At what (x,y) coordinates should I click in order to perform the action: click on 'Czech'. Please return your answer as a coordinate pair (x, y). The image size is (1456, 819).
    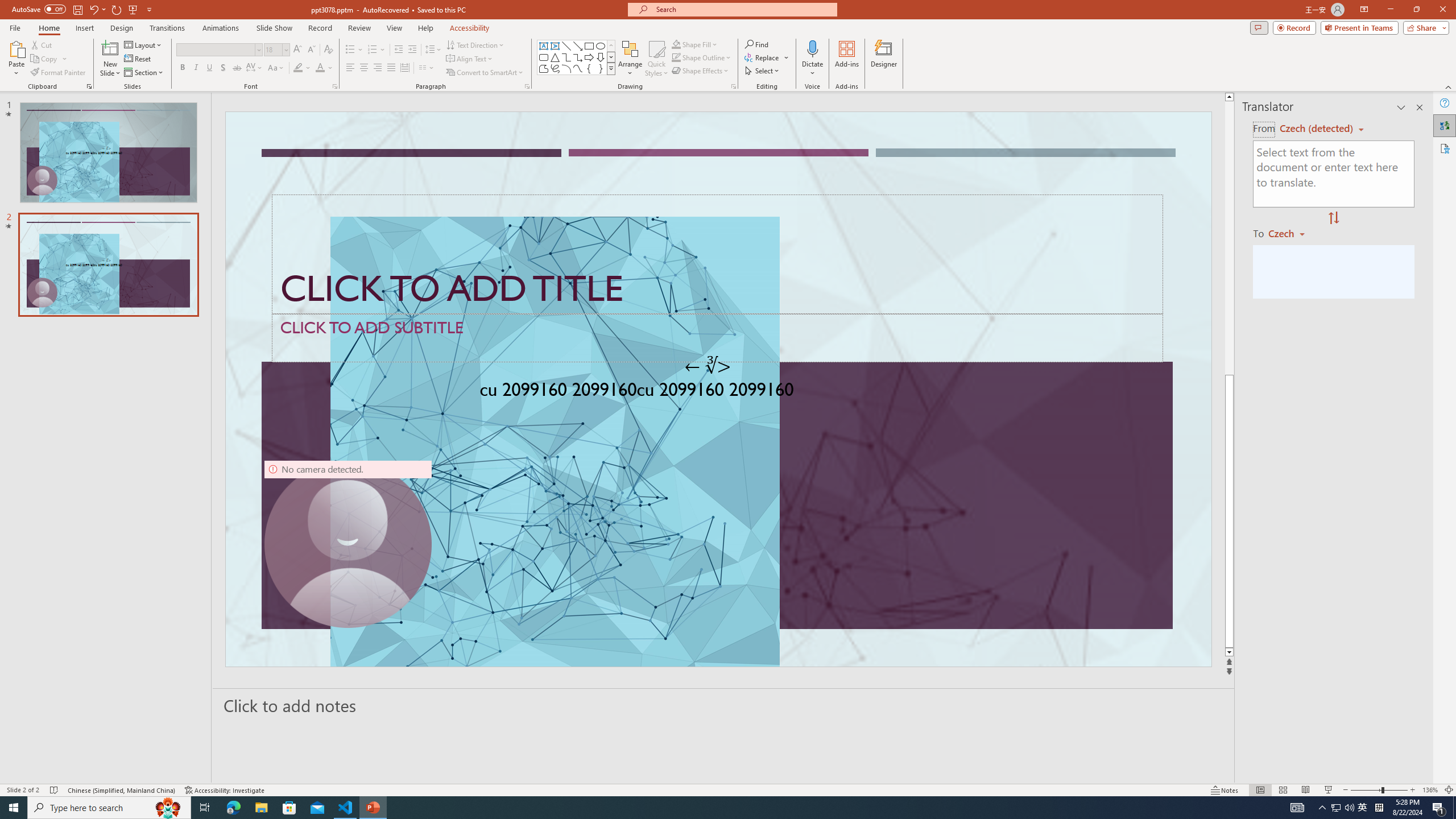
    Looking at the image, I should click on (1291, 233).